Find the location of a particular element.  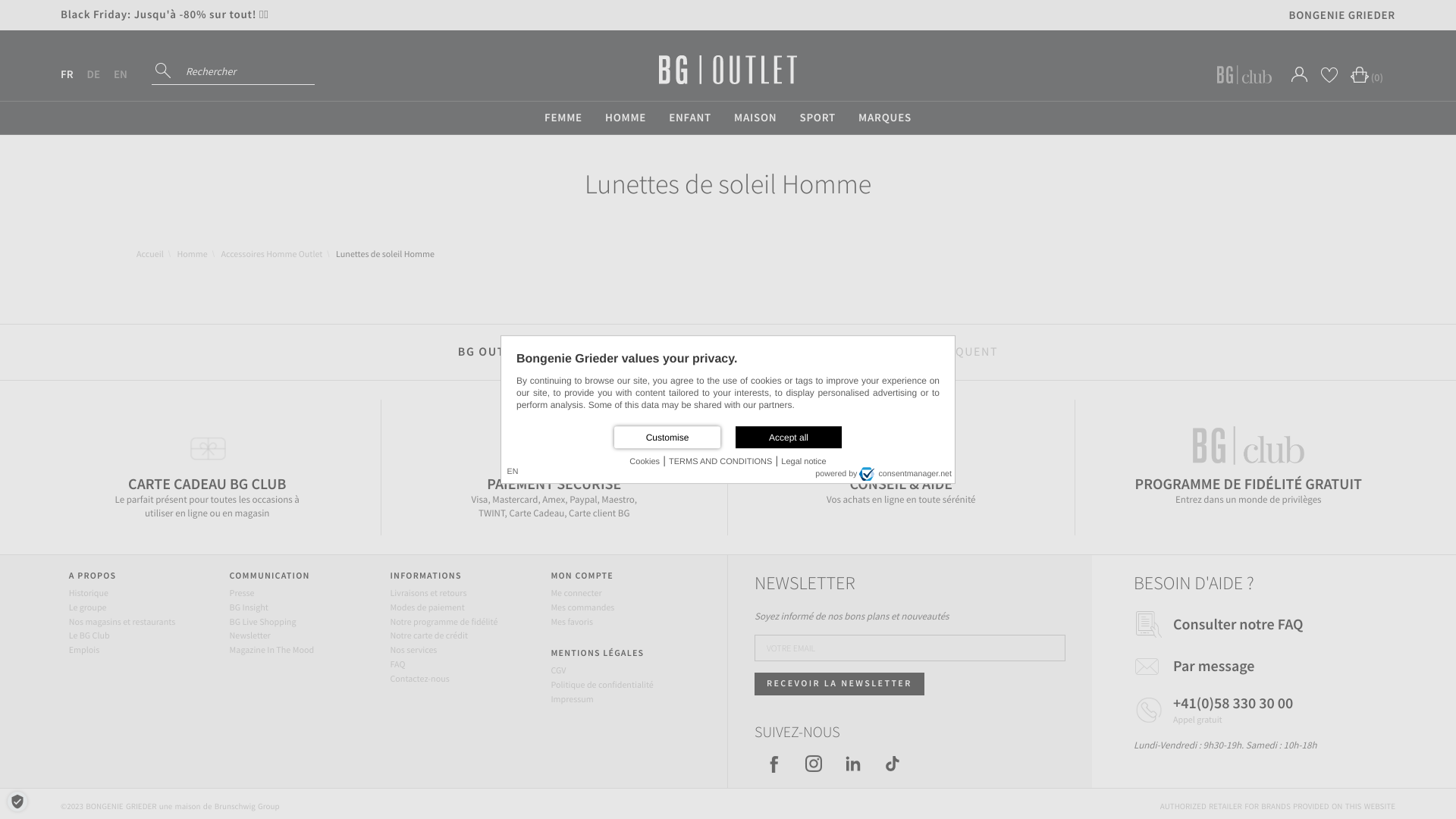

'Legal notice' is located at coordinates (802, 461).